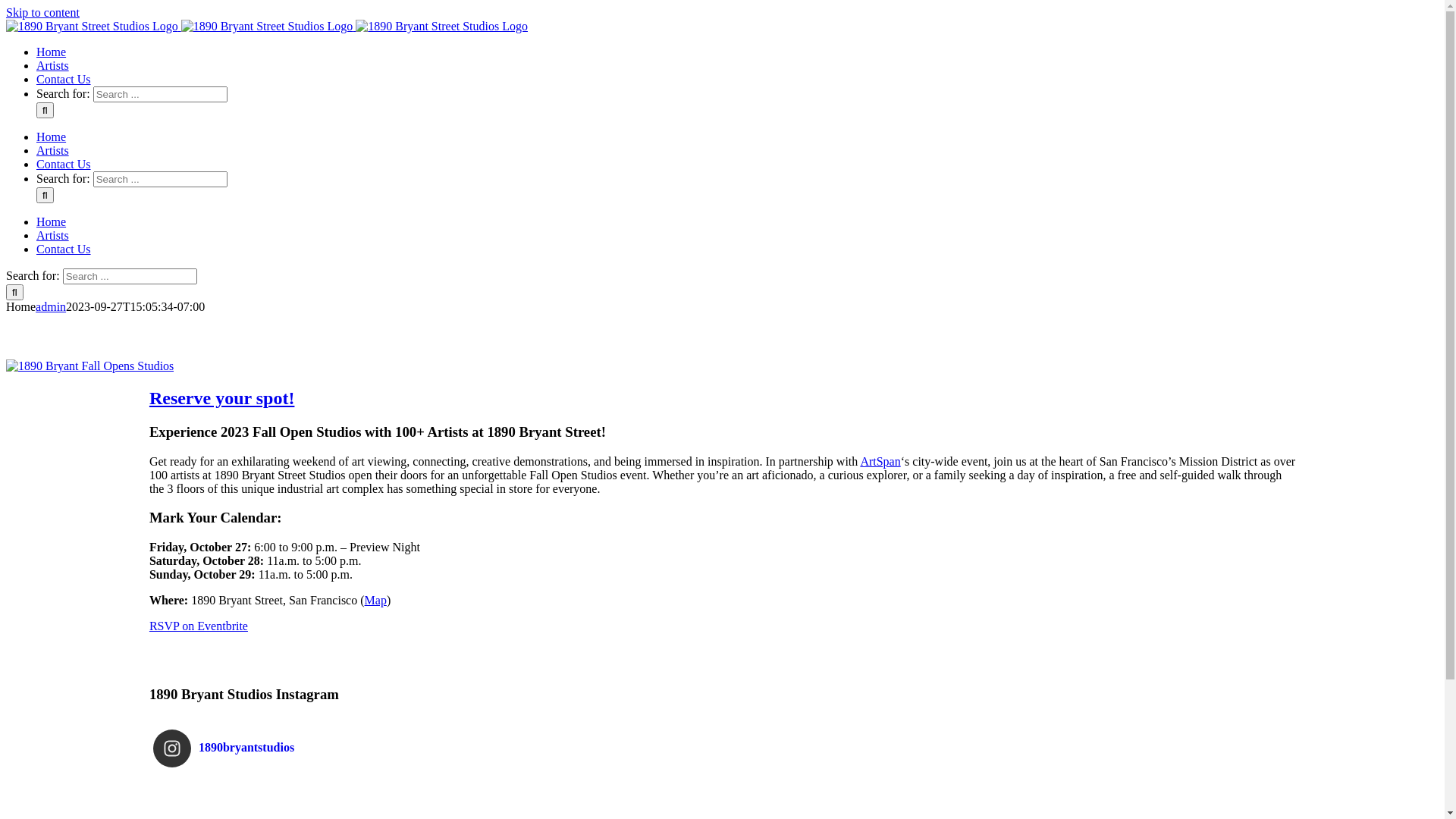 The width and height of the screenshot is (1456, 819). Describe the element at coordinates (51, 136) in the screenshot. I see `'Home'` at that location.